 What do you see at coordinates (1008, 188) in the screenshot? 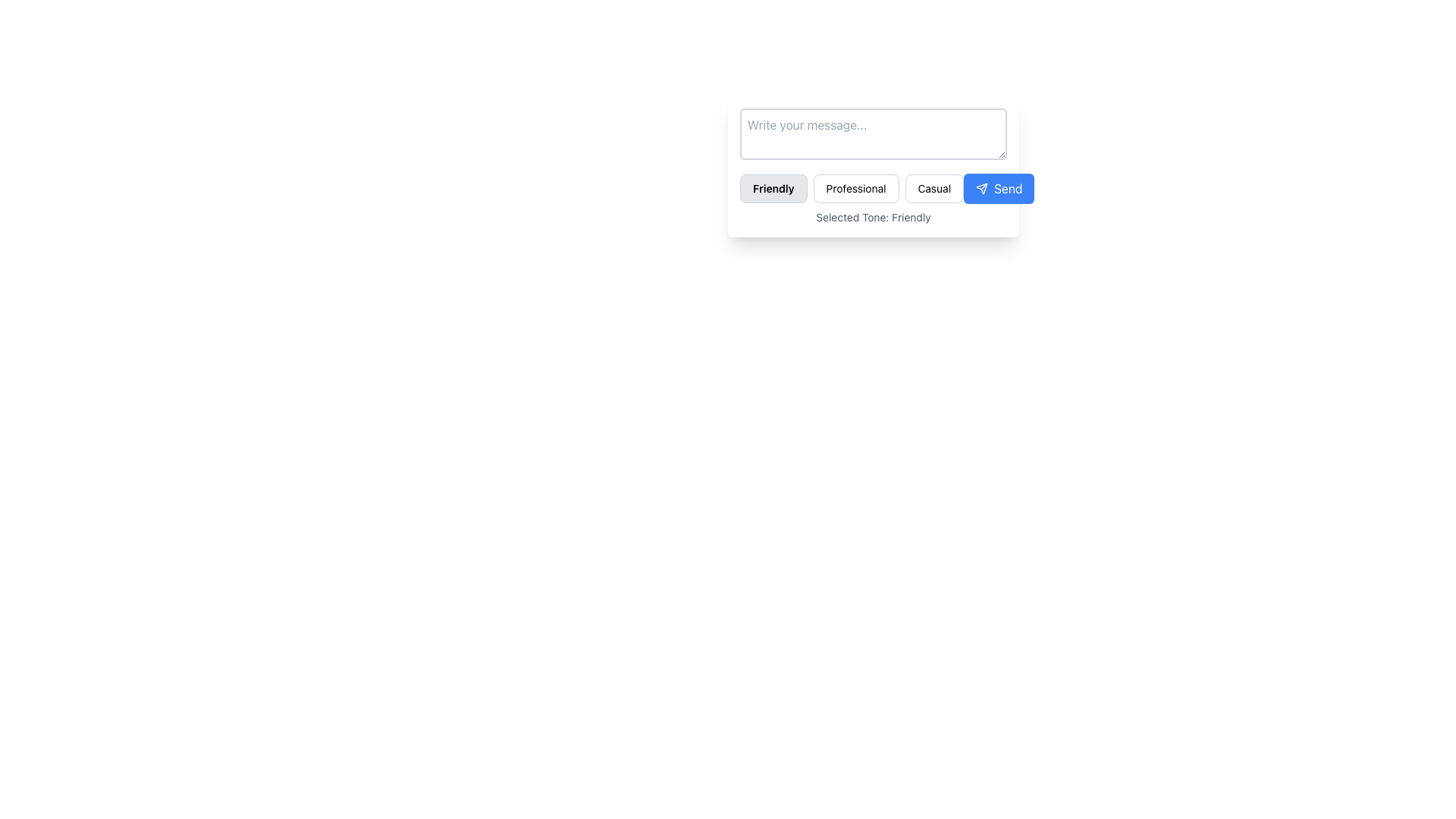
I see `the button labeled 'Send' which is a text label located on the rightmost side of the button group for composing and sending messages` at bounding box center [1008, 188].